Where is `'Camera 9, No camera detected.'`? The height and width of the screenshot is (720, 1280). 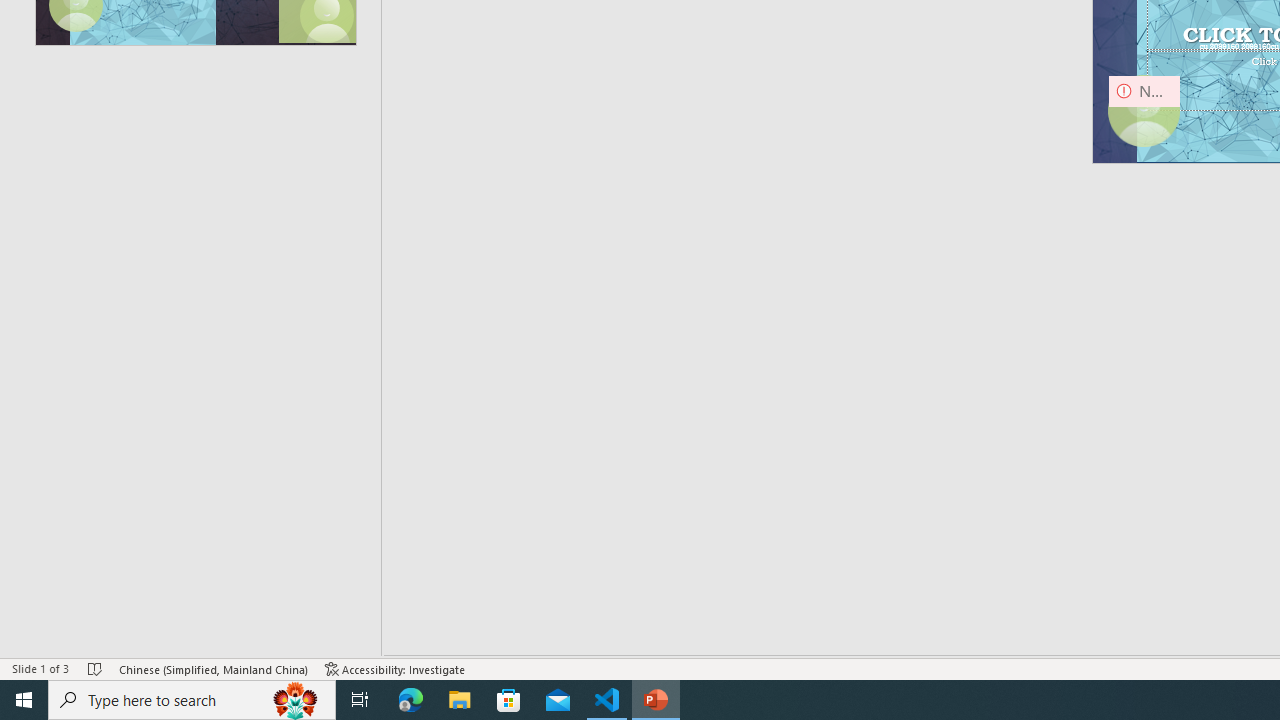
'Camera 9, No camera detected.' is located at coordinates (1144, 111).